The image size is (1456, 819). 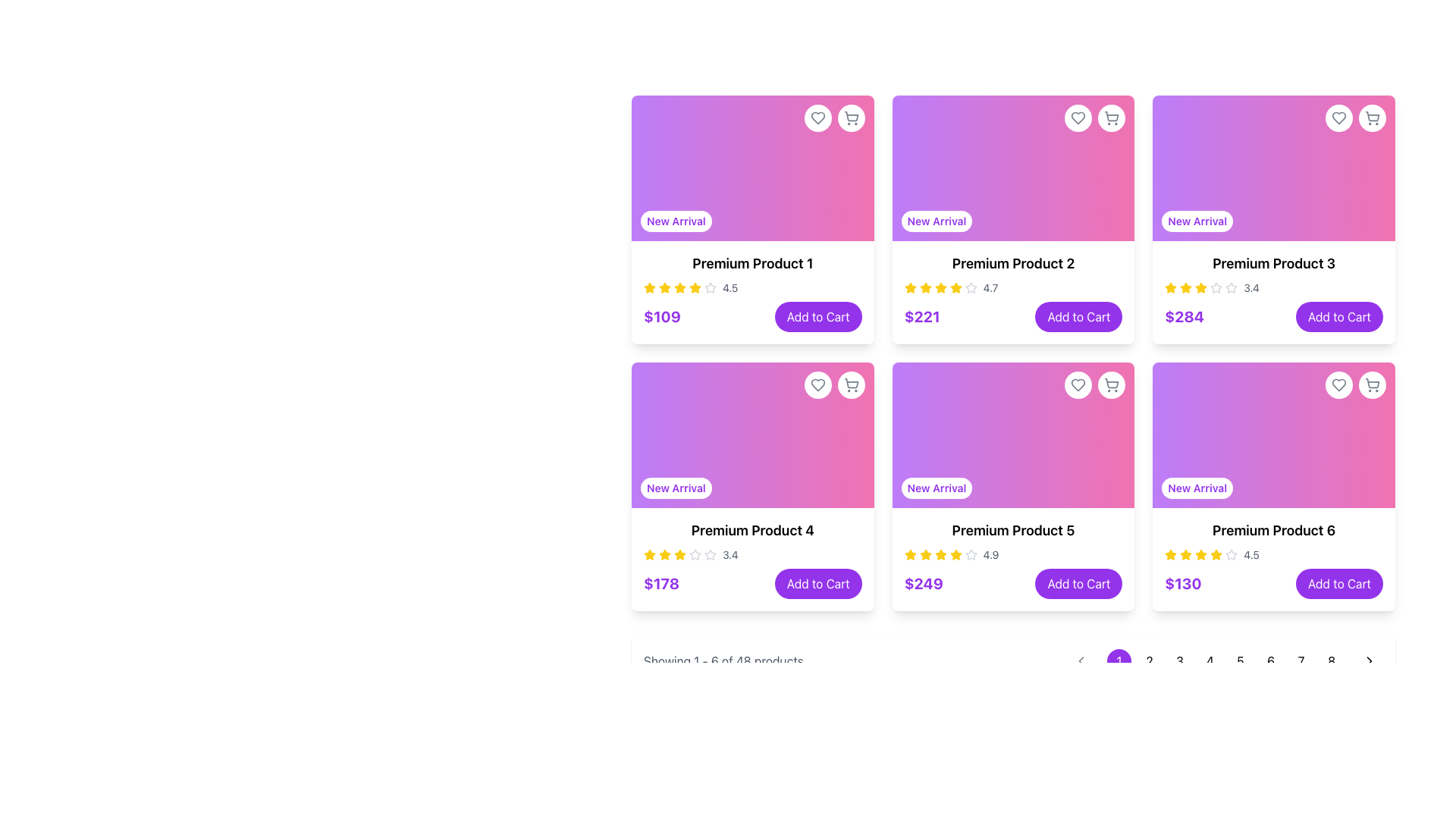 What do you see at coordinates (955, 288) in the screenshot?
I see `the fifth star icon in the series of six star icons located below the 'Premium Product 2' card, which signifies the average rating of the product` at bounding box center [955, 288].